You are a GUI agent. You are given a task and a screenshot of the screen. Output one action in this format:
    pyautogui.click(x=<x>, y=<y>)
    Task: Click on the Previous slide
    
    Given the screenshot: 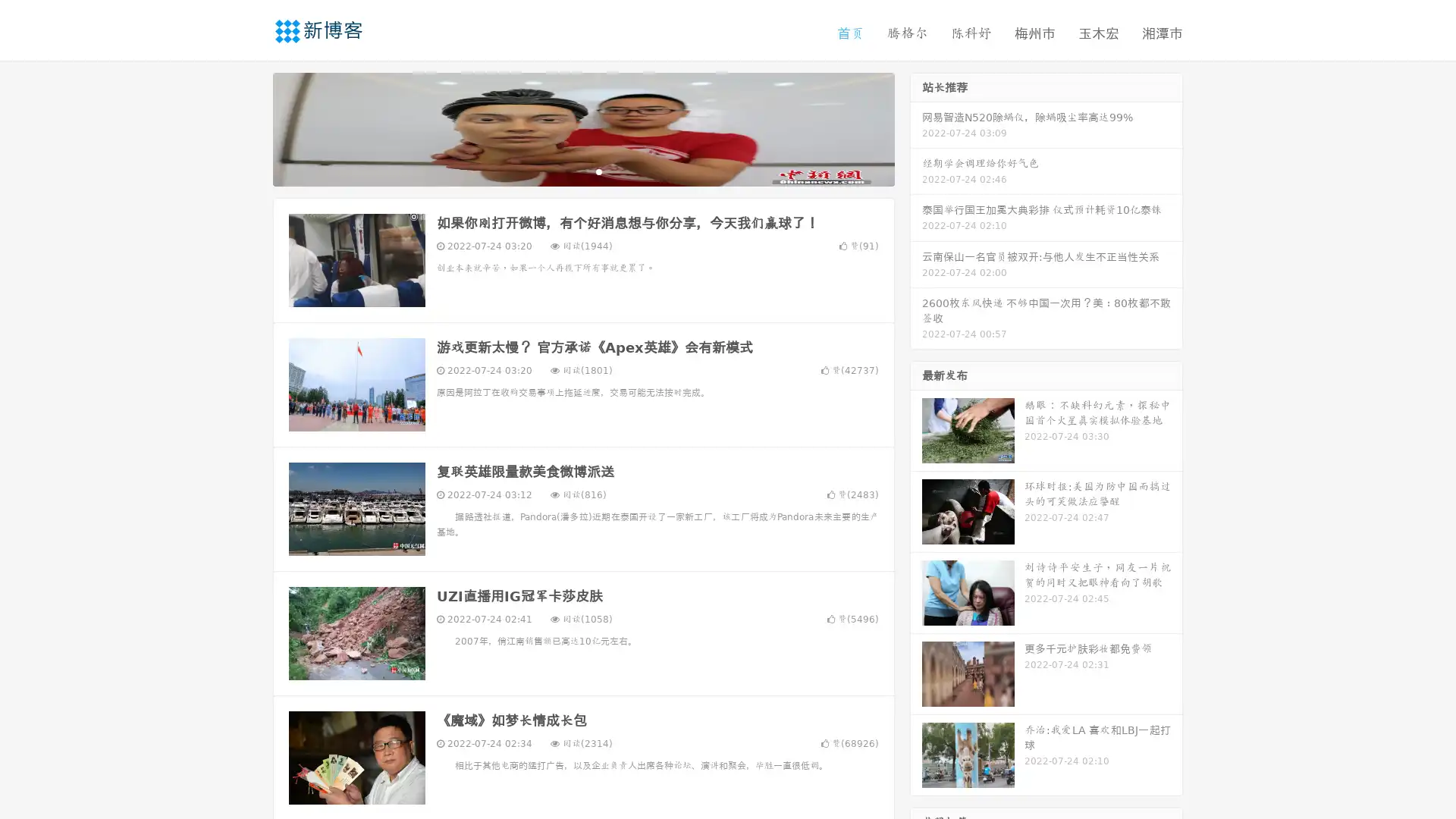 What is the action you would take?
    pyautogui.click(x=250, y=127)
    